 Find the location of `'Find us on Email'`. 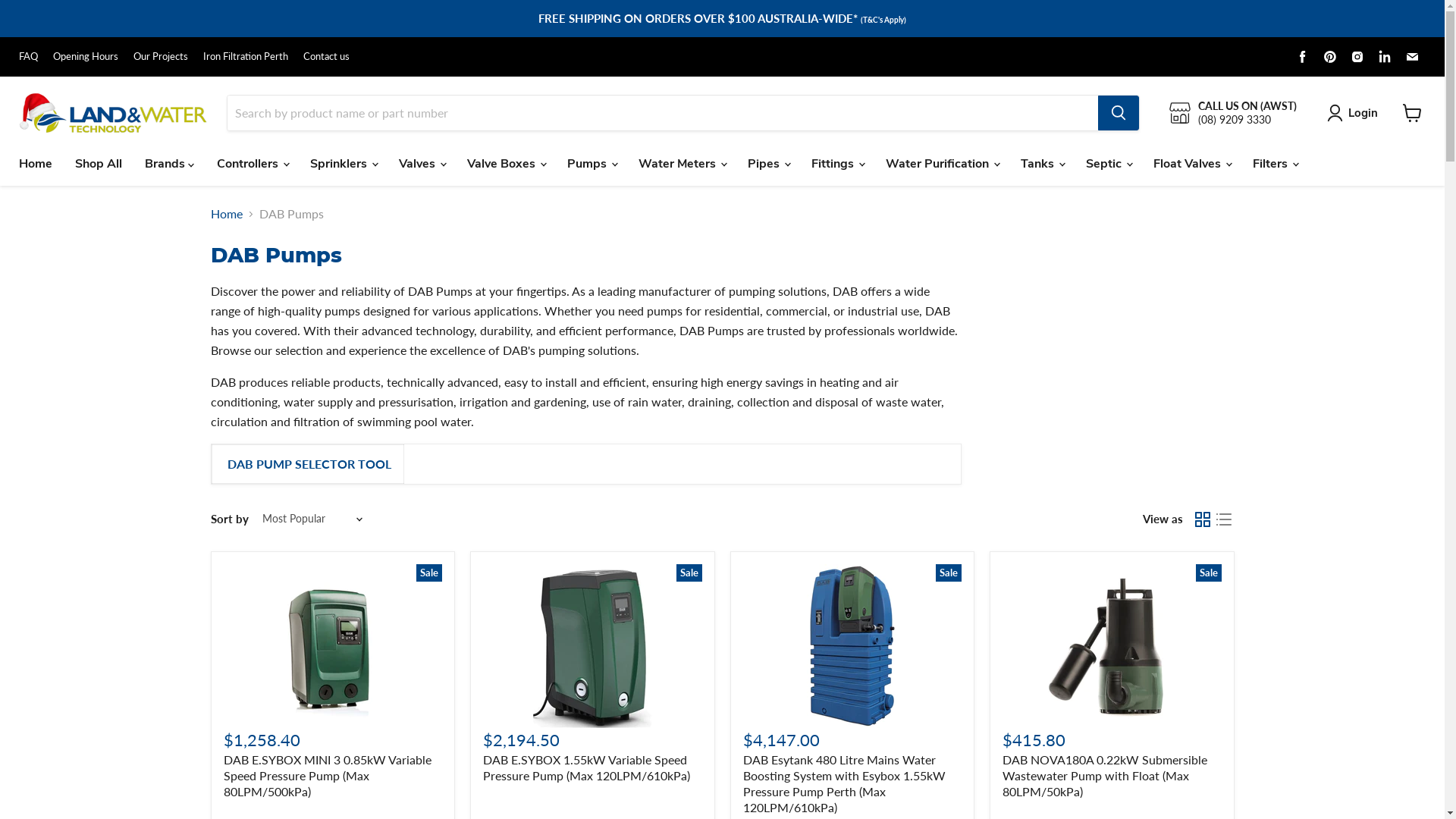

'Find us on Email' is located at coordinates (1411, 55).